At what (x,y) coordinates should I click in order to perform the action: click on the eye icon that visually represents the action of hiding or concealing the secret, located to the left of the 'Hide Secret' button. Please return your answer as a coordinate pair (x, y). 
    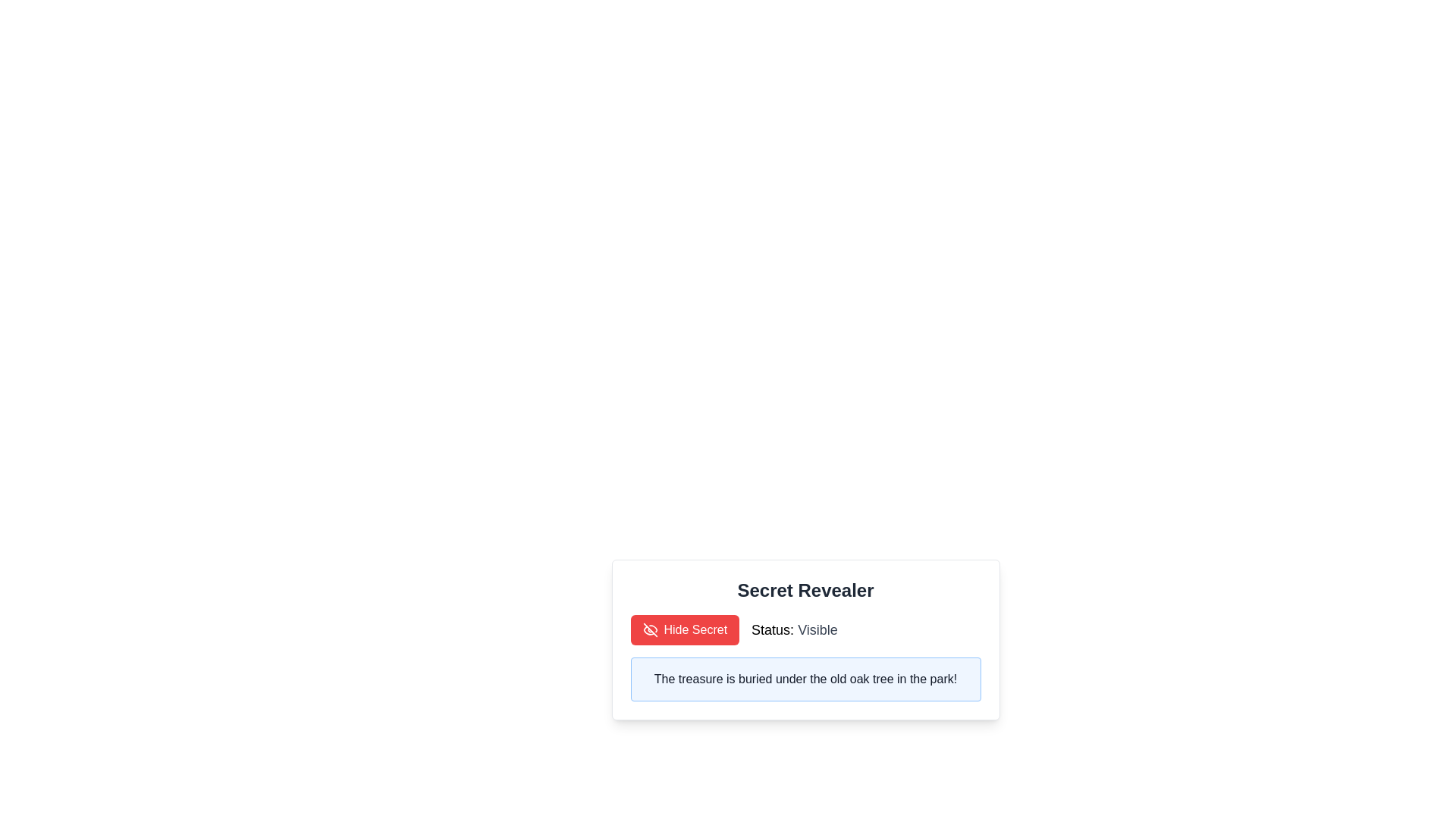
    Looking at the image, I should click on (650, 629).